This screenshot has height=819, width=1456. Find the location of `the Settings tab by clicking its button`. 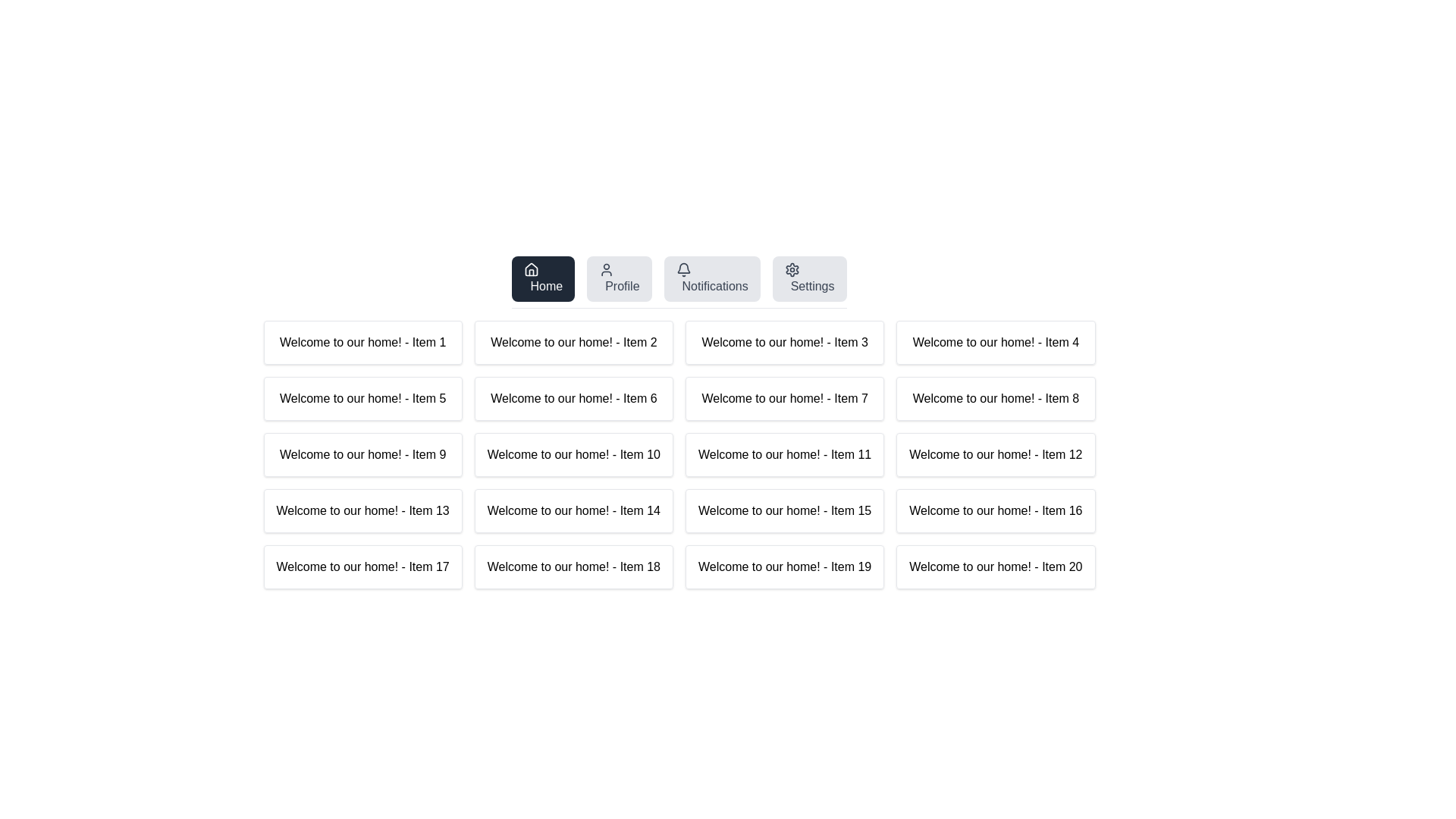

the Settings tab by clicking its button is located at coordinates (808, 278).